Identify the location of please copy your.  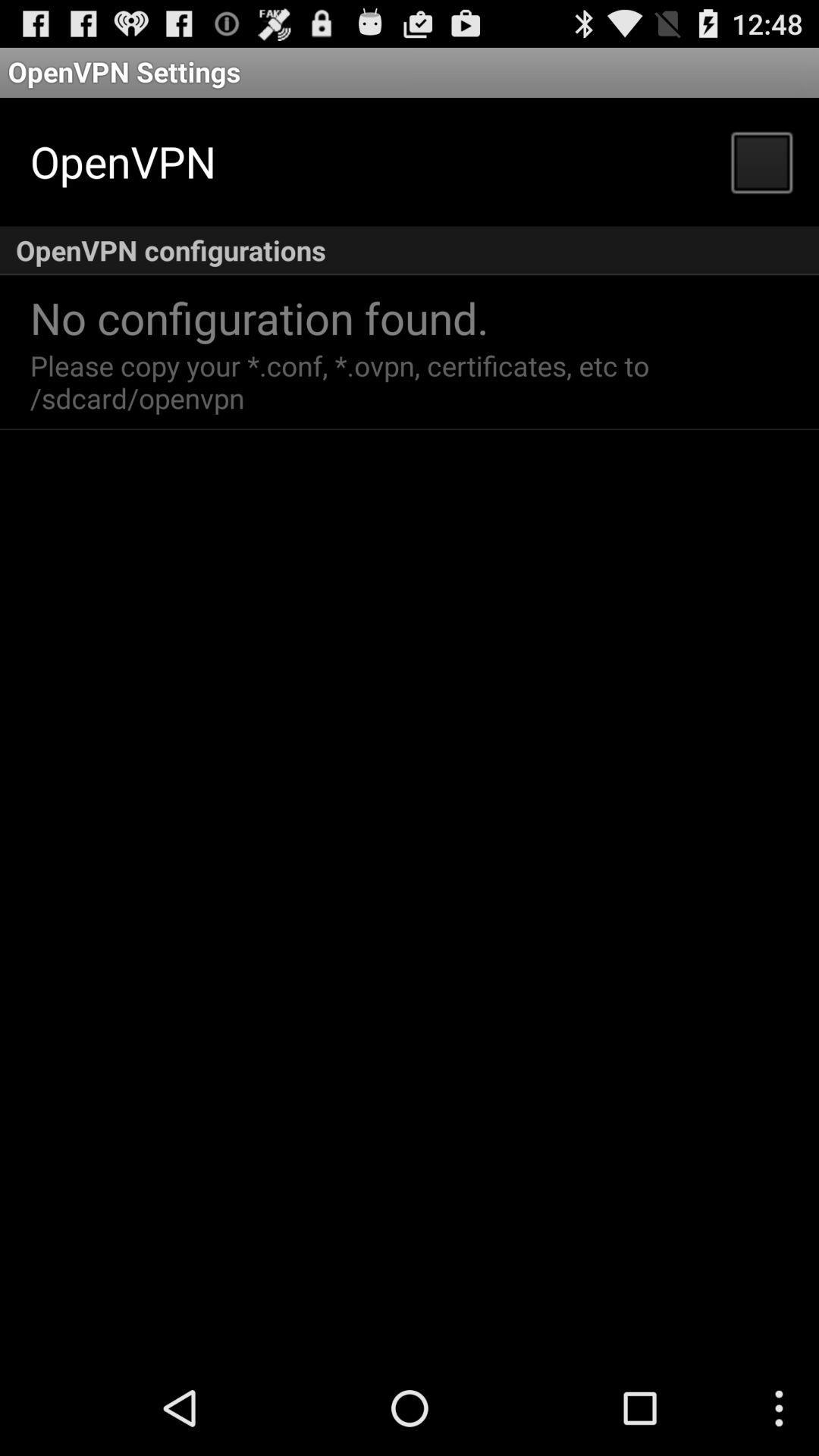
(344, 381).